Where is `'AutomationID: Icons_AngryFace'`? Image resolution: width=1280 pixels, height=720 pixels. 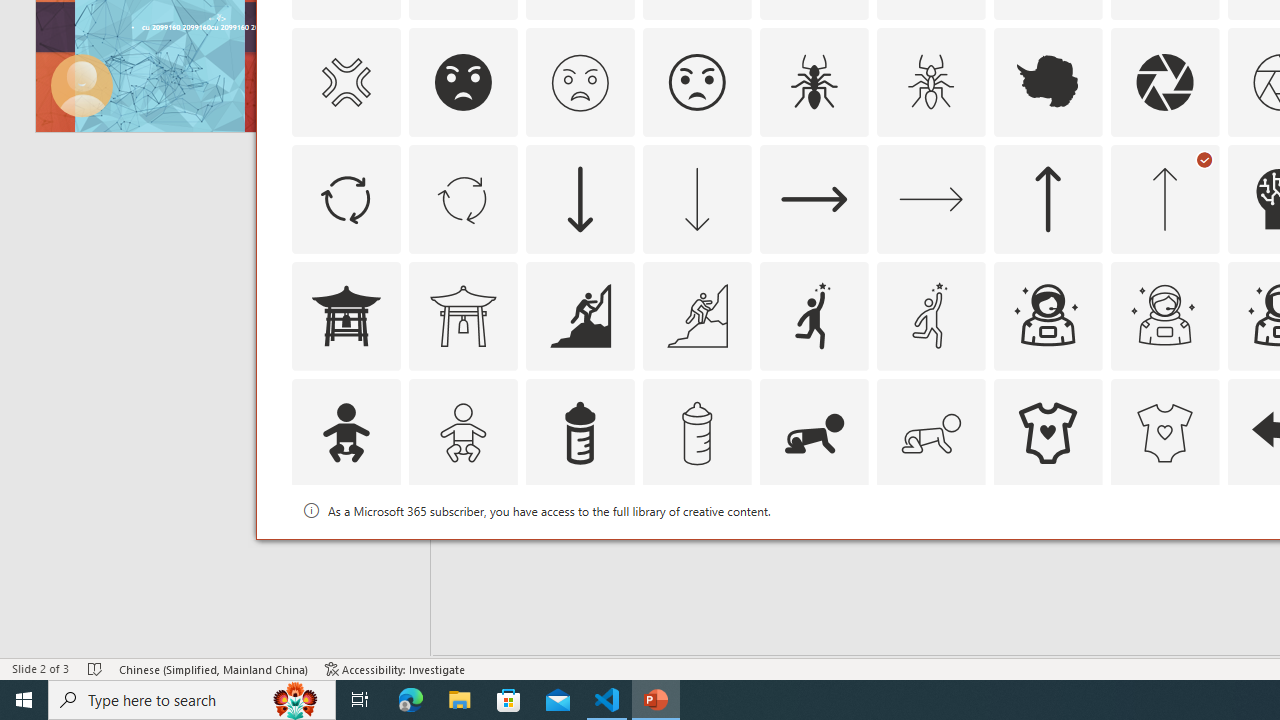 'AutomationID: Icons_AngryFace' is located at coordinates (462, 81).